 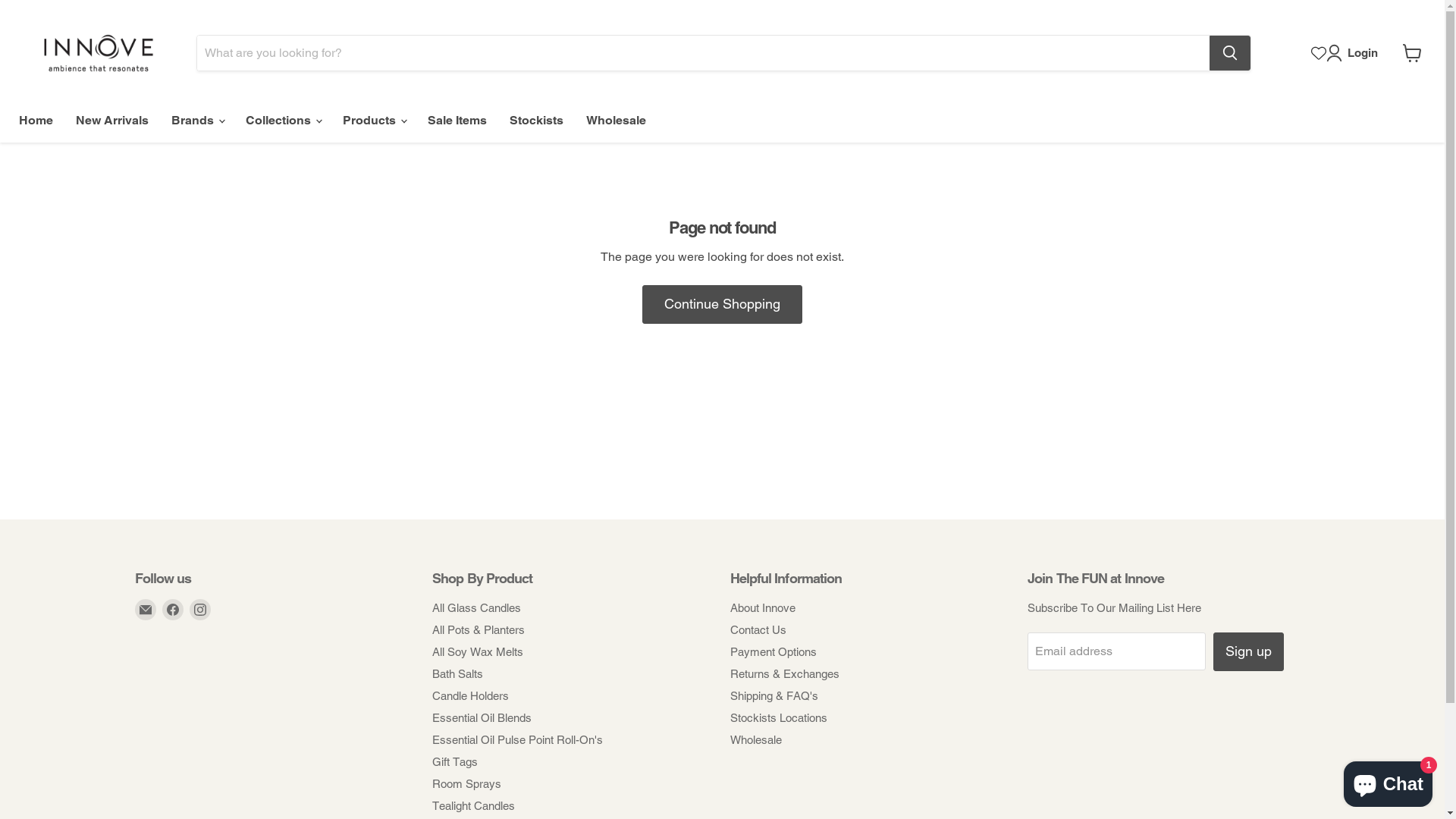 What do you see at coordinates (431, 783) in the screenshot?
I see `'Room Sprays'` at bounding box center [431, 783].